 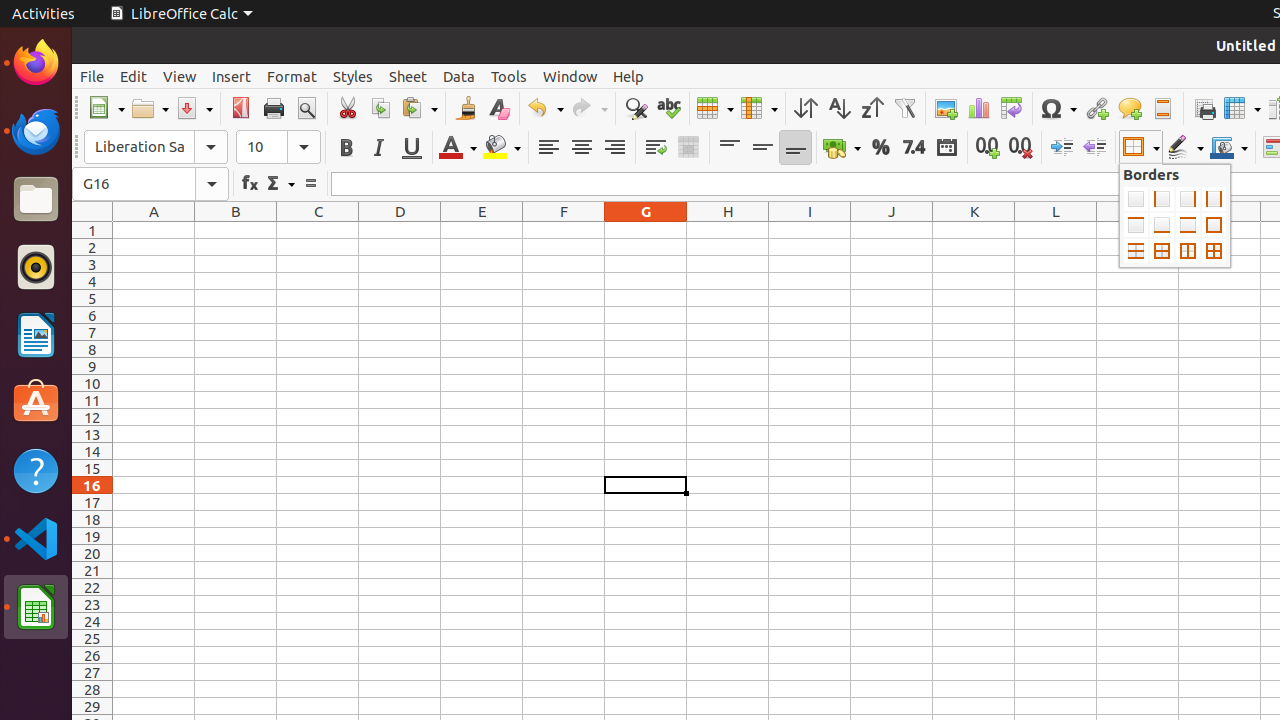 What do you see at coordinates (1218, 229) in the screenshot?
I see `'N1'` at bounding box center [1218, 229].